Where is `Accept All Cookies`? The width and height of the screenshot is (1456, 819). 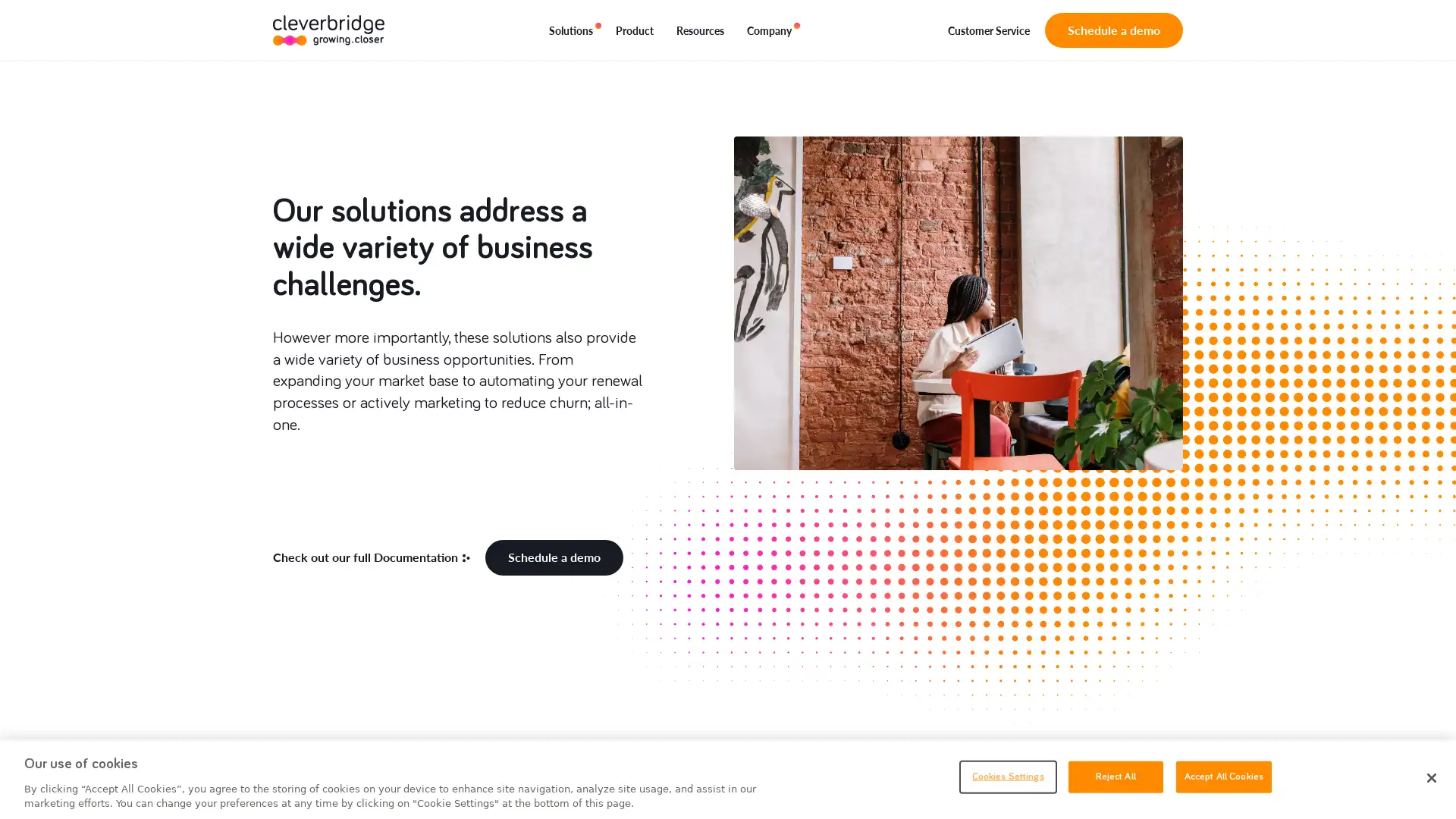 Accept All Cookies is located at coordinates (1223, 776).